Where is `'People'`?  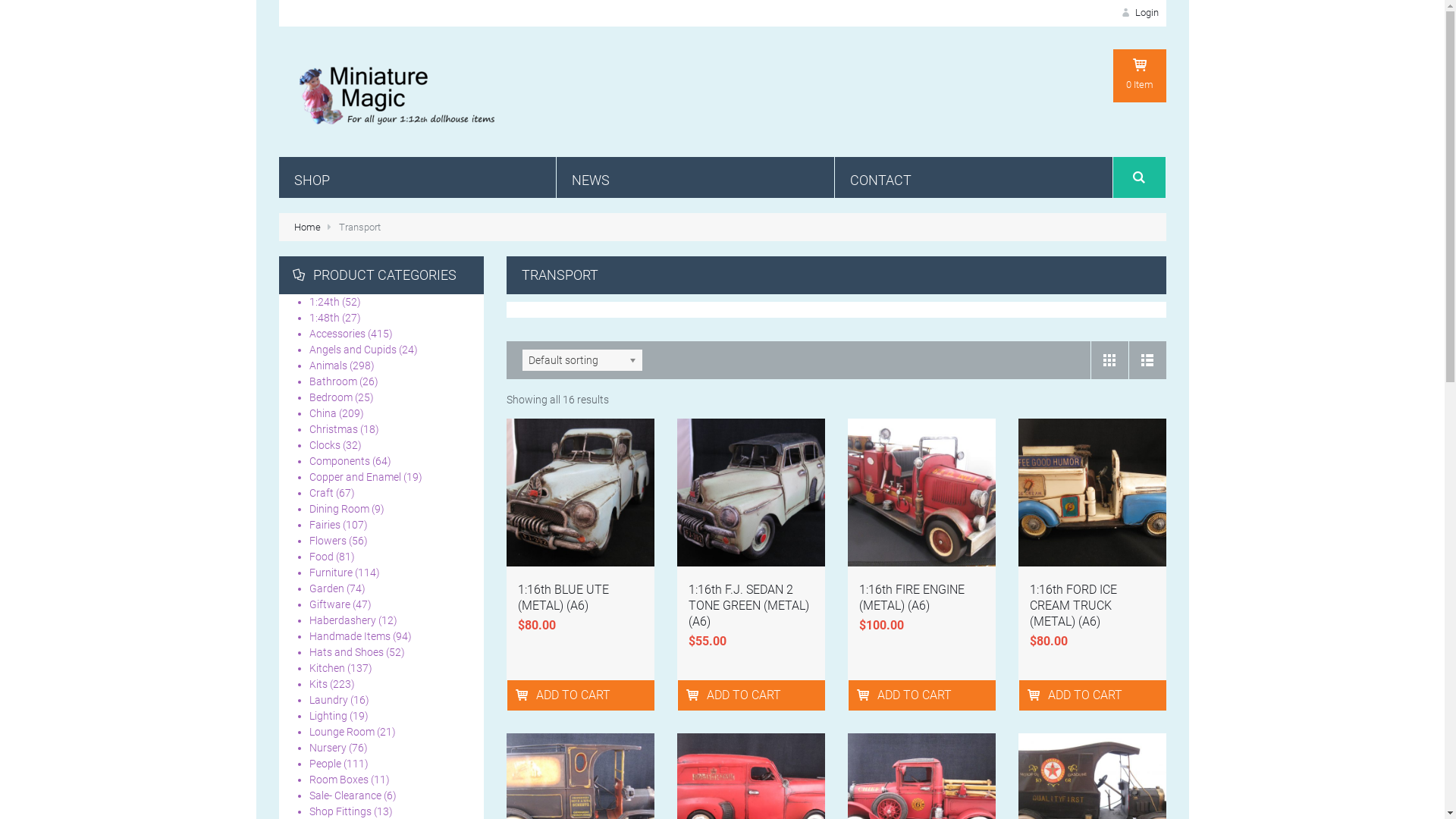
'People' is located at coordinates (324, 763).